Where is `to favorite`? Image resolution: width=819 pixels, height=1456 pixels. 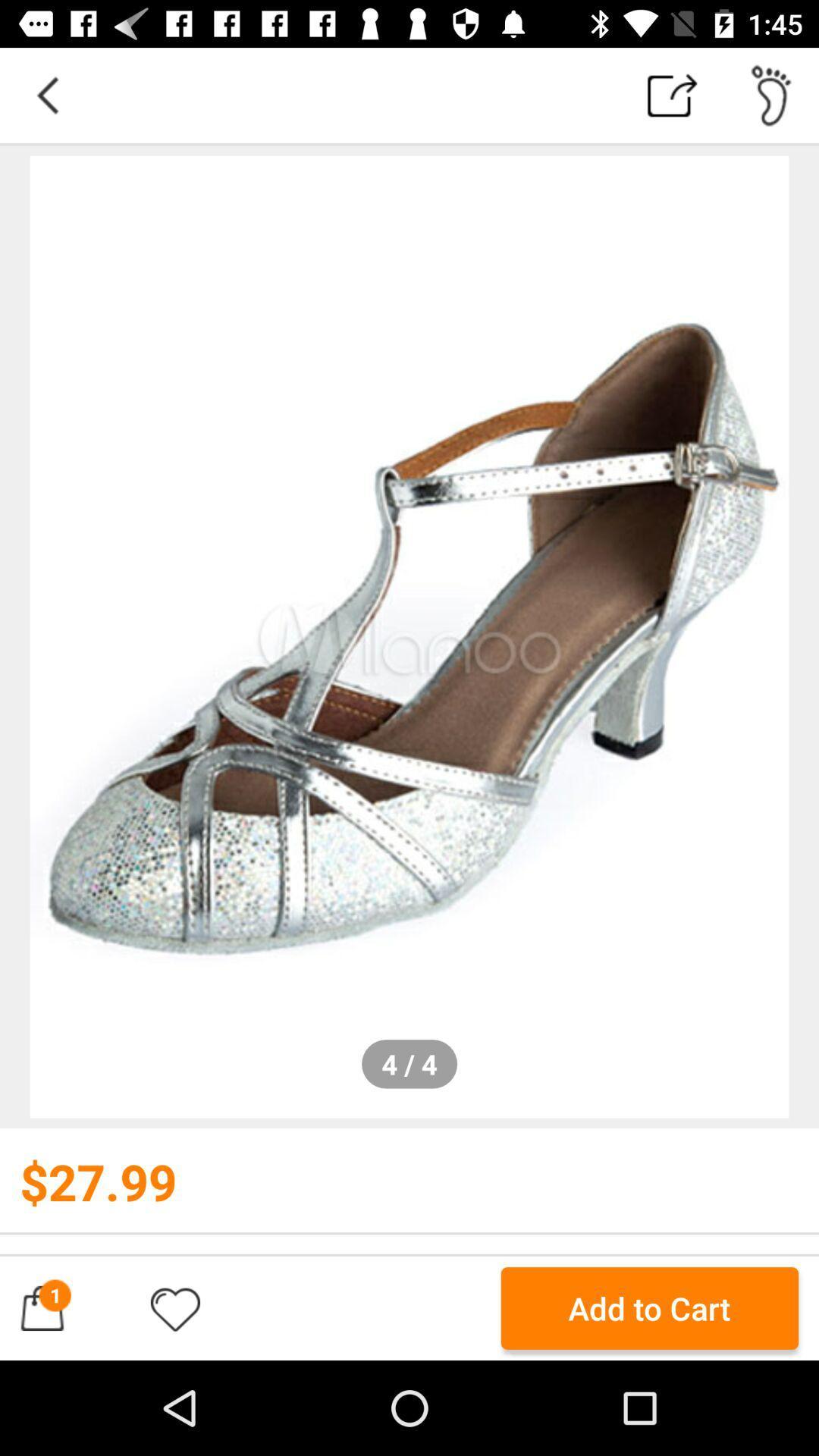 to favorite is located at coordinates (174, 1307).